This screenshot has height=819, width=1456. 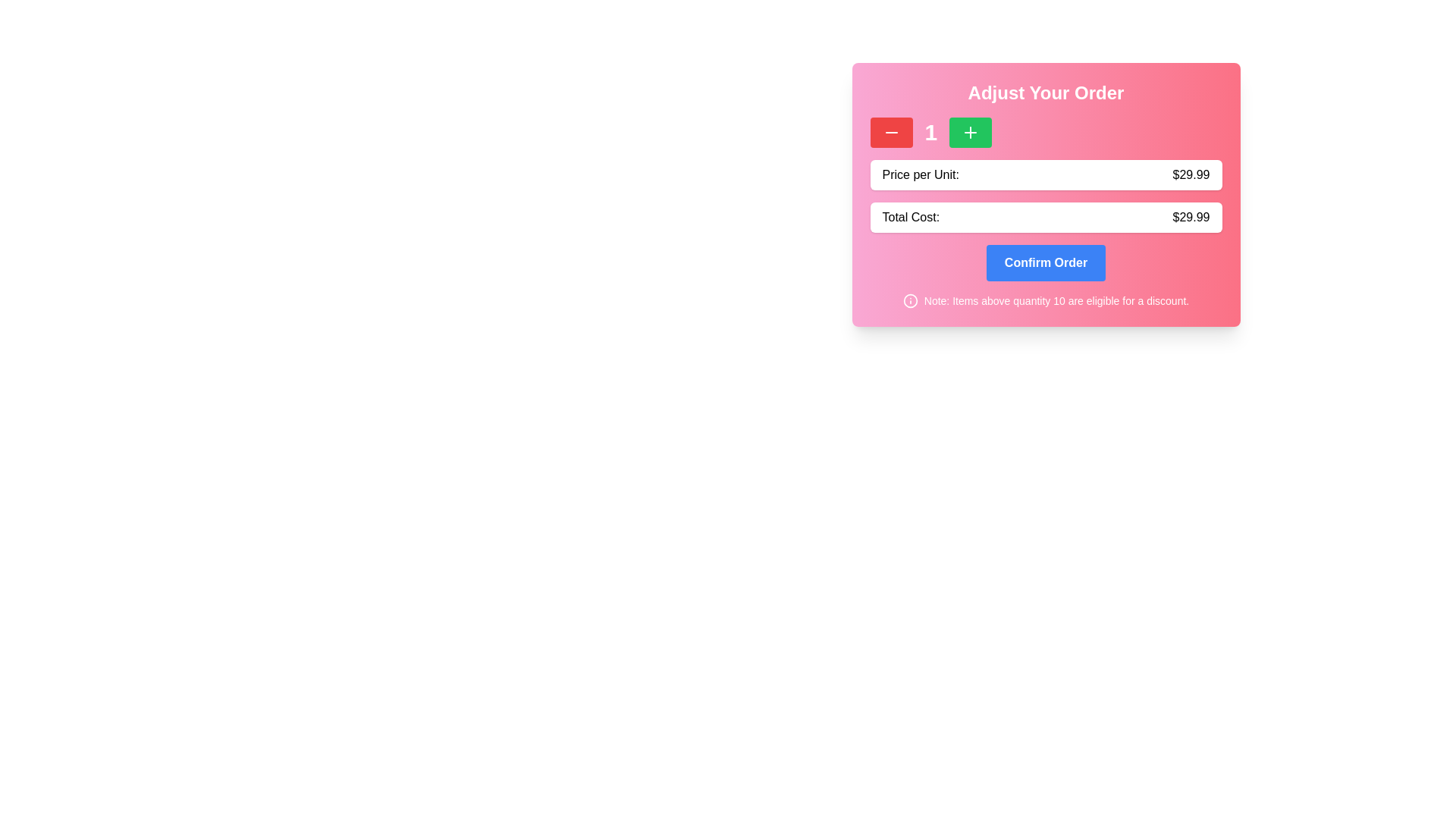 What do you see at coordinates (910, 217) in the screenshot?
I see `the text label reading 'Total Cost:' which is styled in a simple black font on a white background, located on the left side of a pair with the text '$29.99' to its right` at bounding box center [910, 217].